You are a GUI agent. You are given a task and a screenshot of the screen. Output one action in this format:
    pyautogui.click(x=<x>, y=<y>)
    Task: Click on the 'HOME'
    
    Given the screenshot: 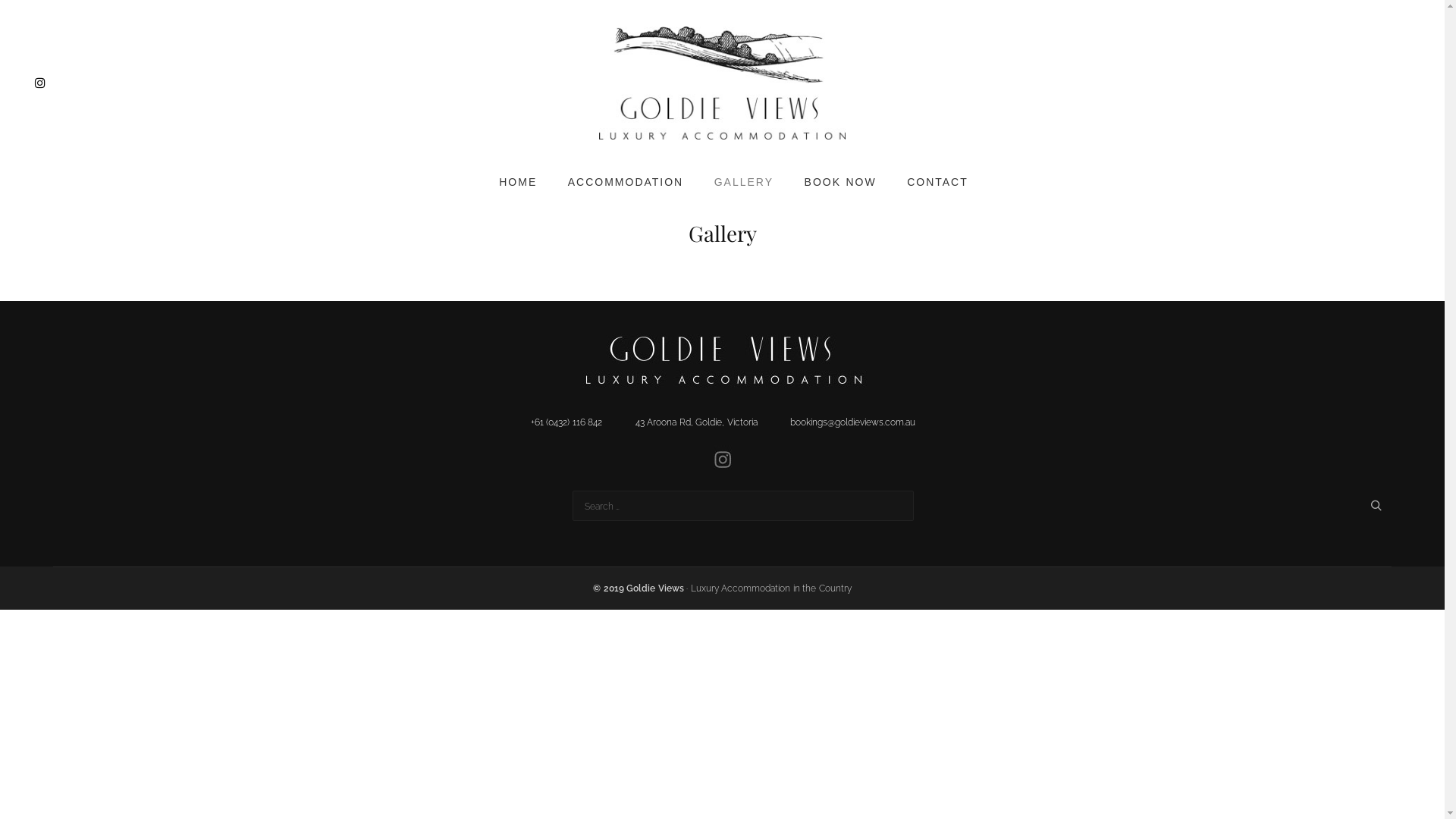 What is the action you would take?
    pyautogui.click(x=517, y=180)
    